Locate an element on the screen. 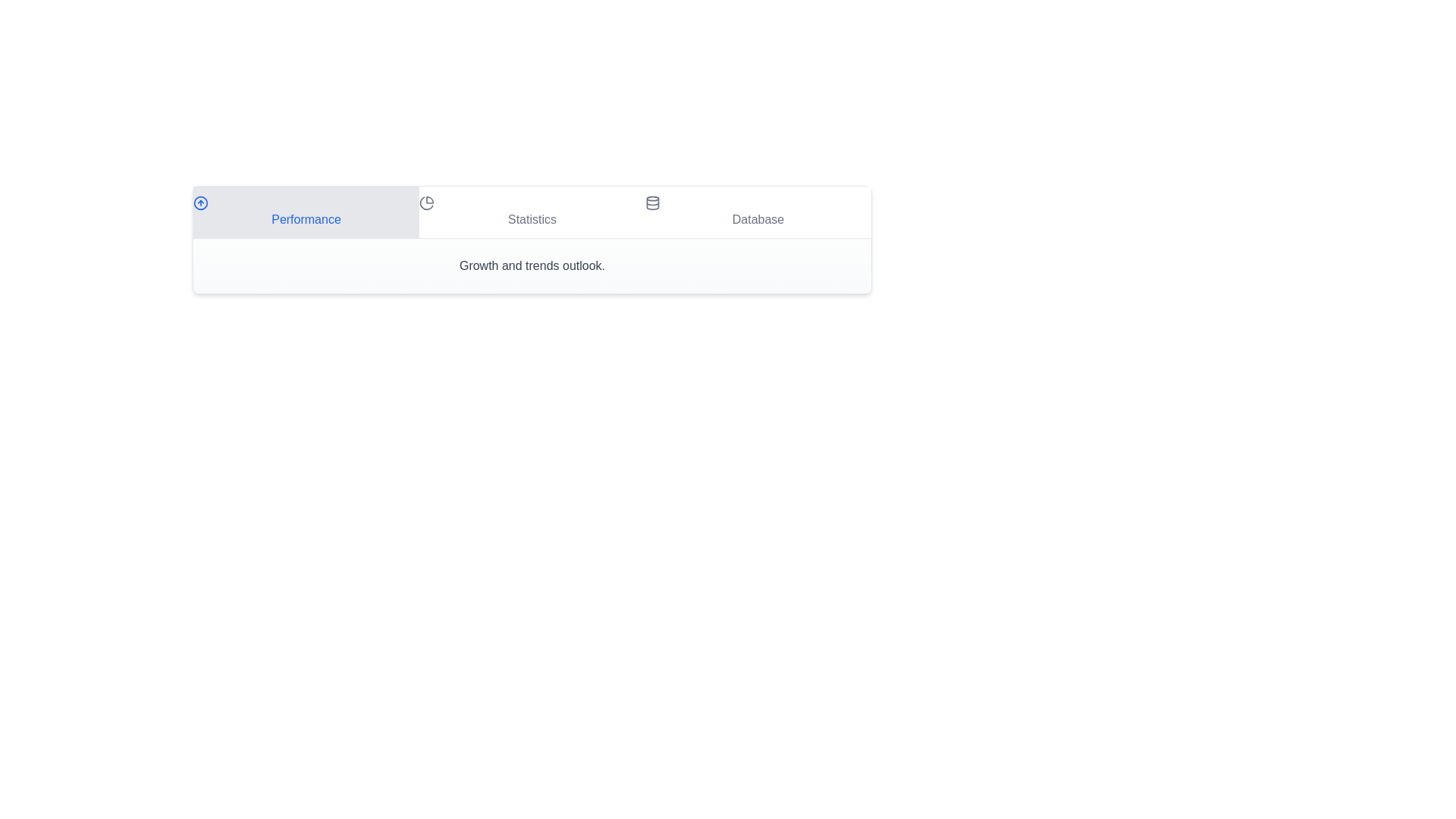  the Statistics tab by clicking on it is located at coordinates (532, 212).